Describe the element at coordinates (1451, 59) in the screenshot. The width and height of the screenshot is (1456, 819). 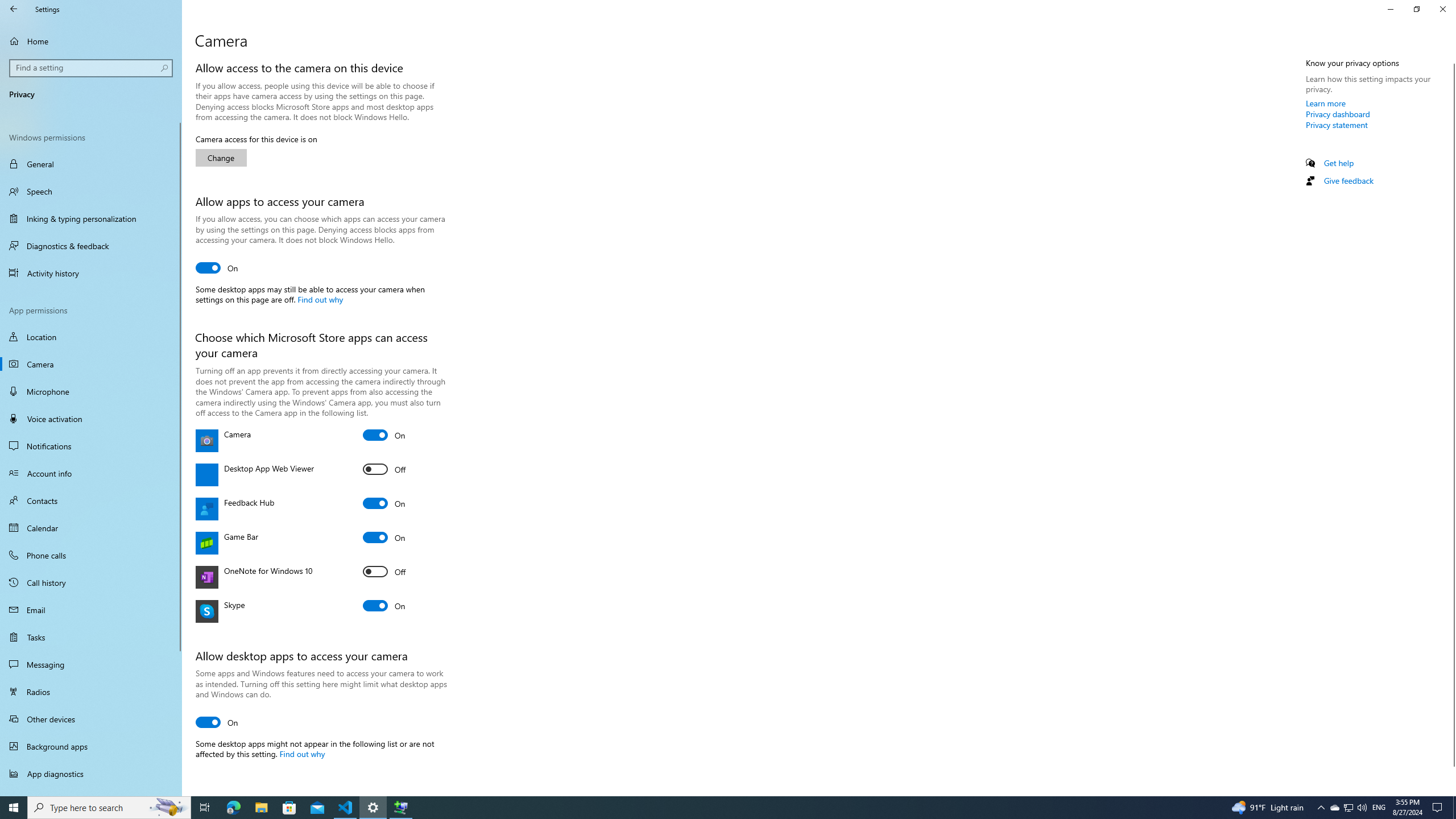
I see `'Vertical Small Decrease'` at that location.